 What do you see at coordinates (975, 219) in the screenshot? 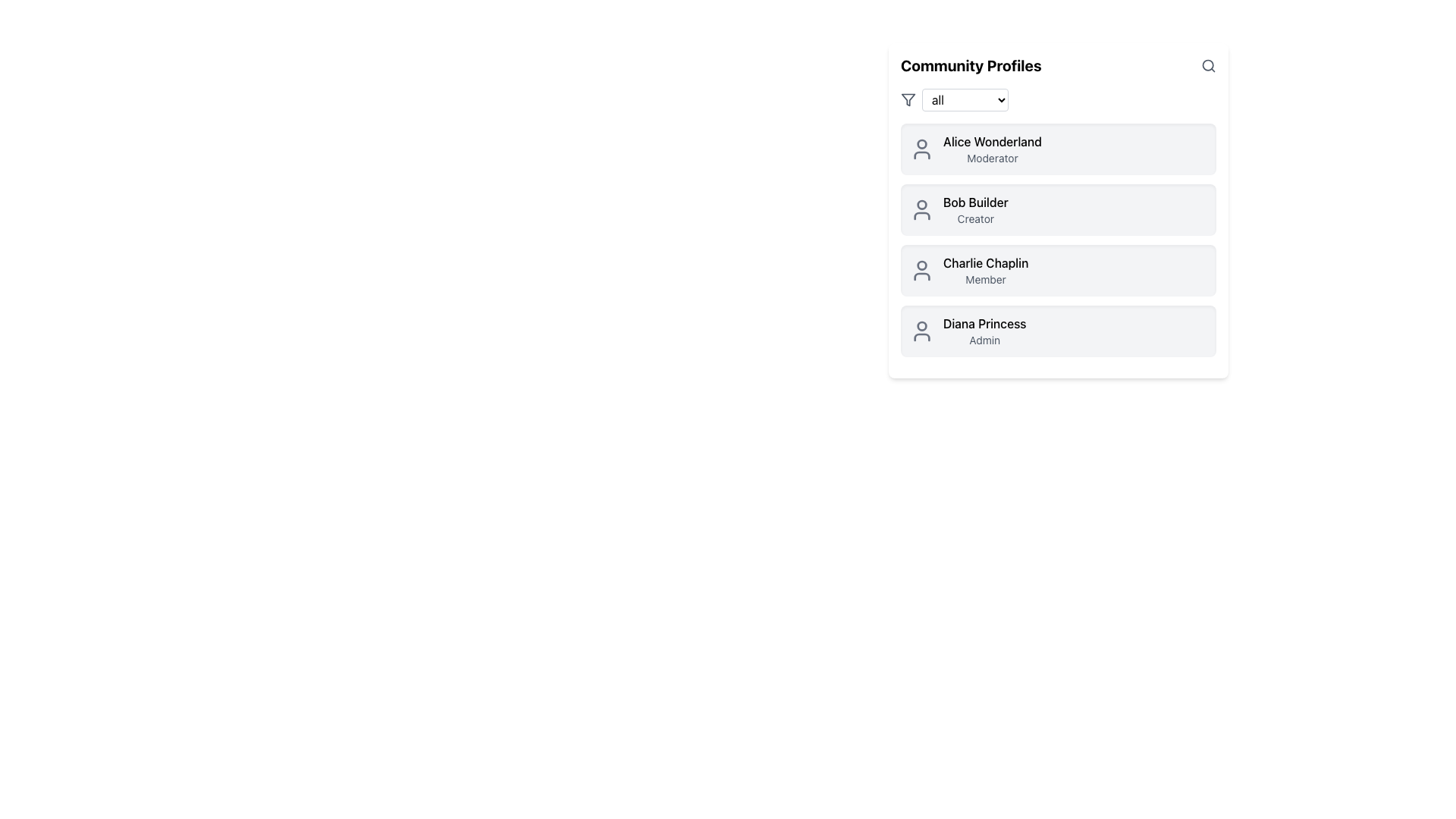
I see `text label indicating that the profile 'Bob Builder' has the role of 'Creator', which is the second text label under the 'Community Profiles' header` at bounding box center [975, 219].